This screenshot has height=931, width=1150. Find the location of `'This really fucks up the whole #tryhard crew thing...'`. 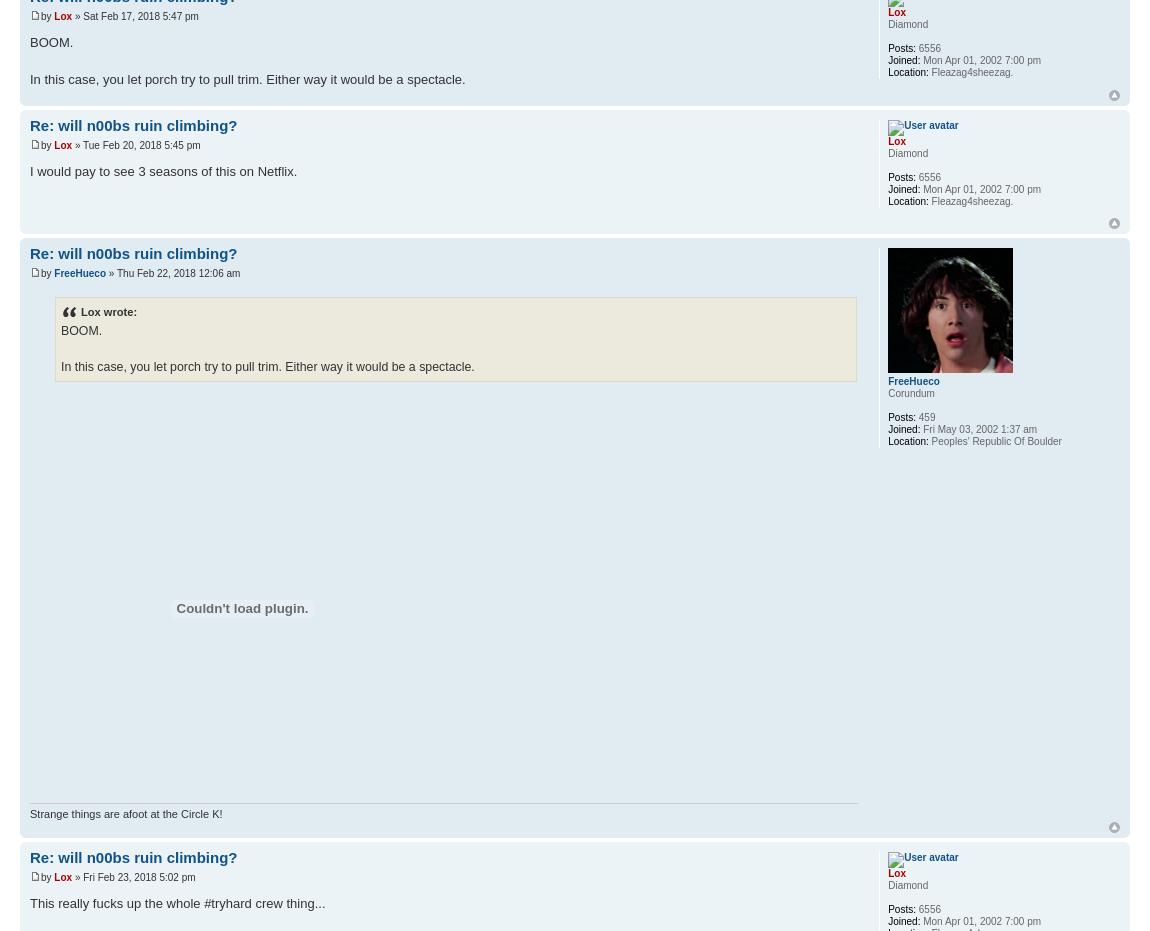

'This really fucks up the whole #tryhard crew thing...' is located at coordinates (176, 903).